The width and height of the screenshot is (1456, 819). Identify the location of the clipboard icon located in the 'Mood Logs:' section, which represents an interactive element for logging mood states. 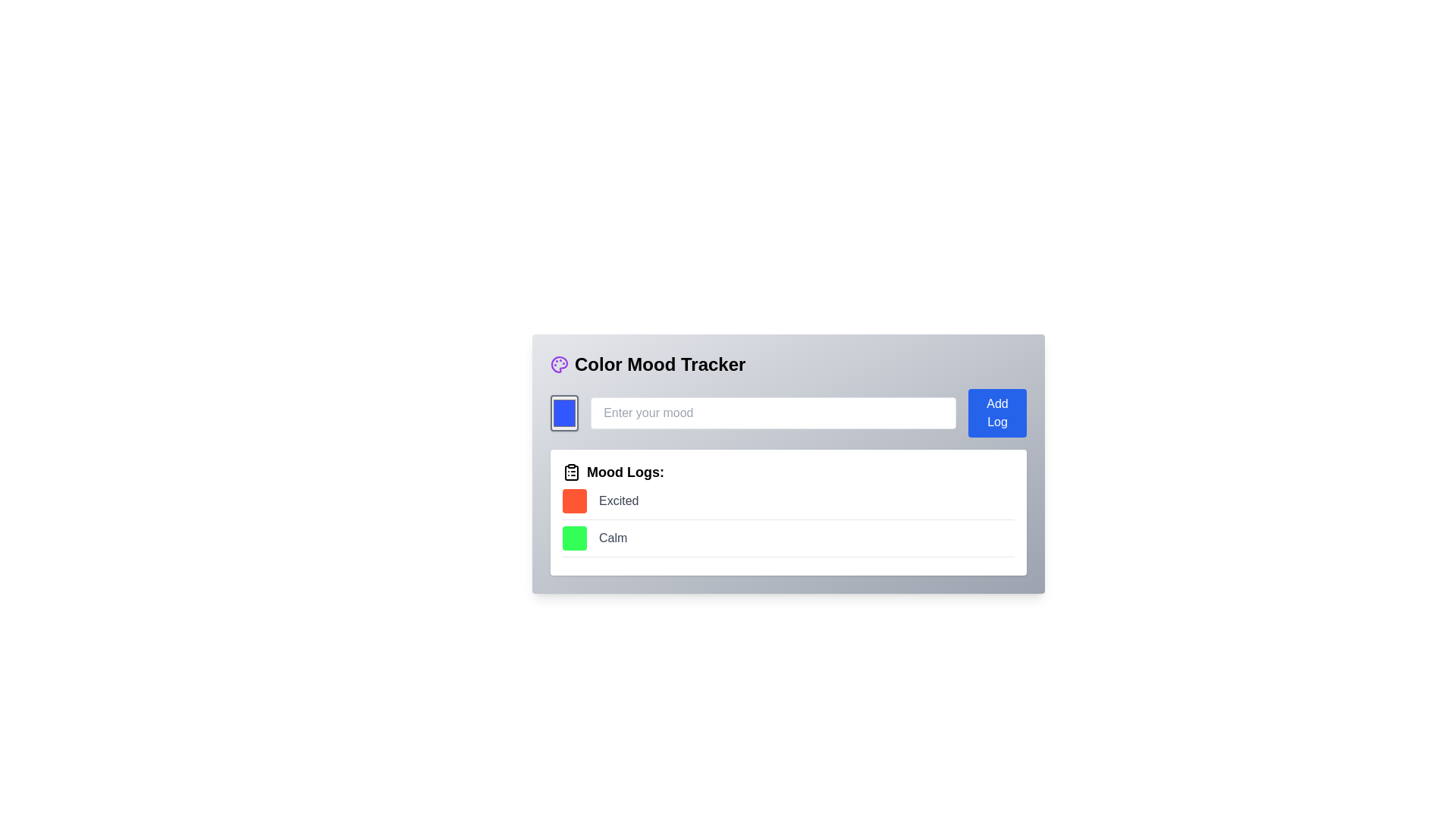
(570, 472).